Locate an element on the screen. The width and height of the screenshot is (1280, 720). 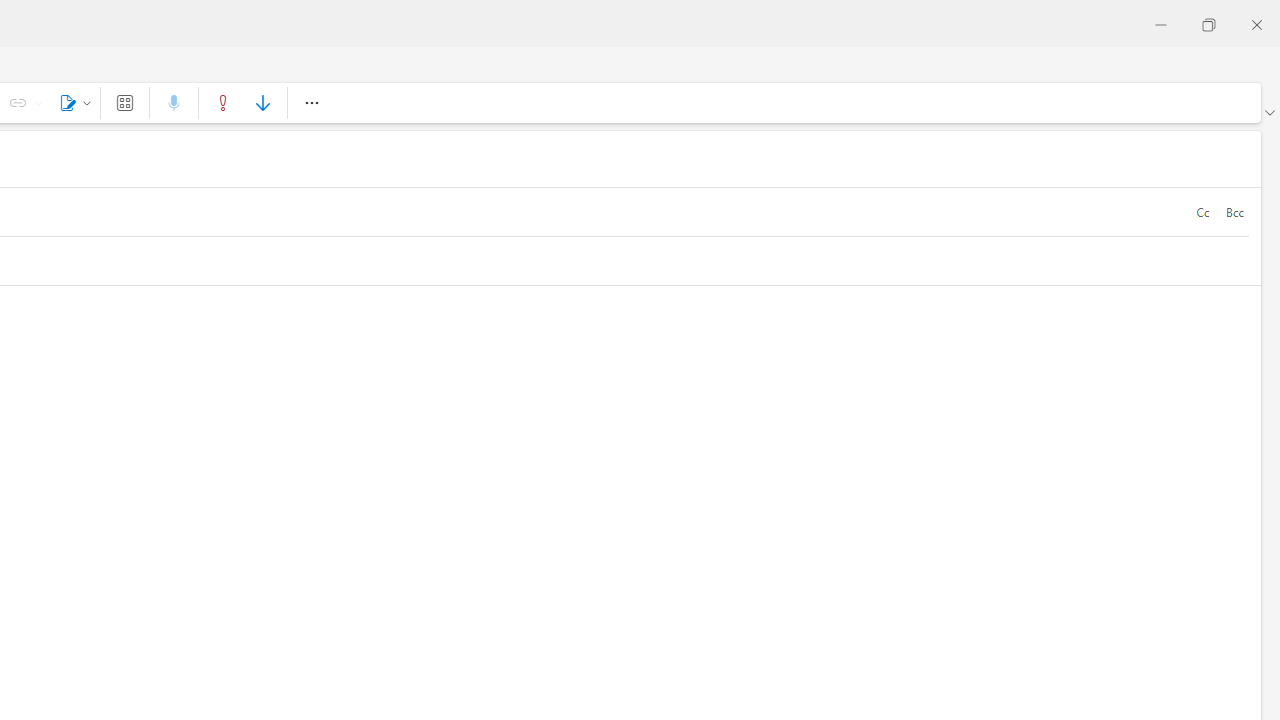
'High importance' is located at coordinates (223, 102).